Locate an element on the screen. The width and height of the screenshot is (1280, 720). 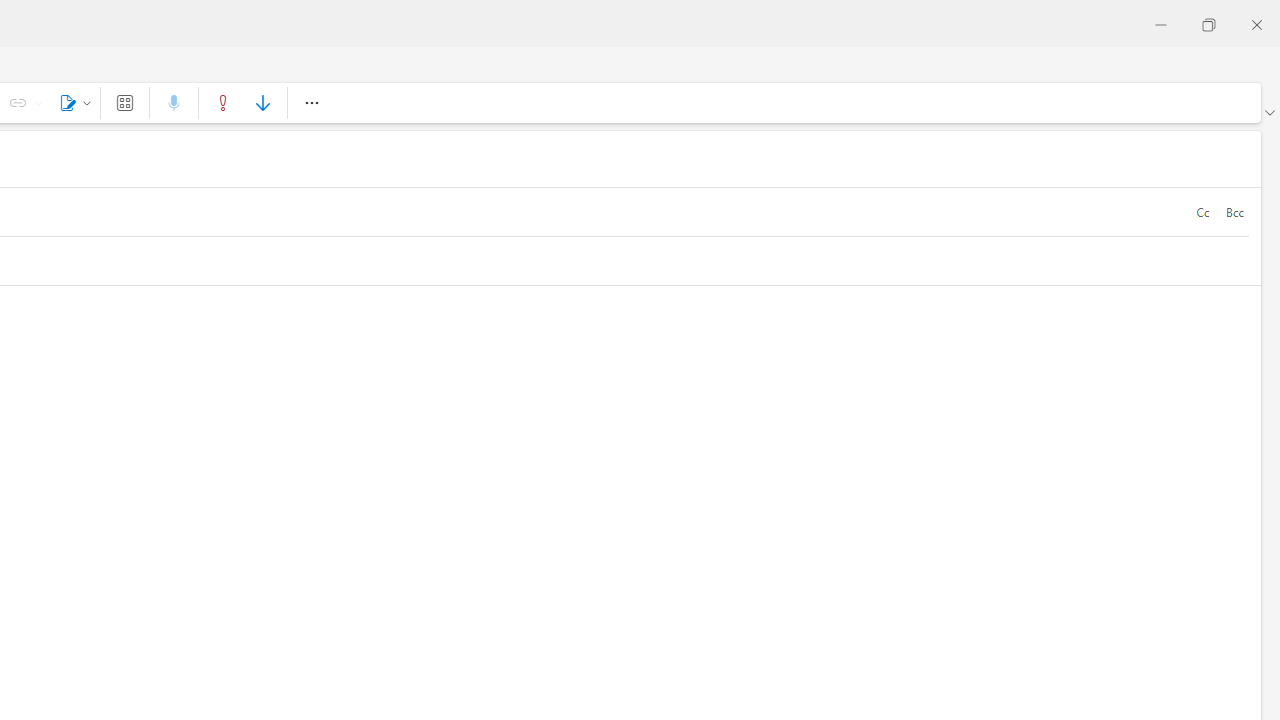
'High importance' is located at coordinates (223, 102).